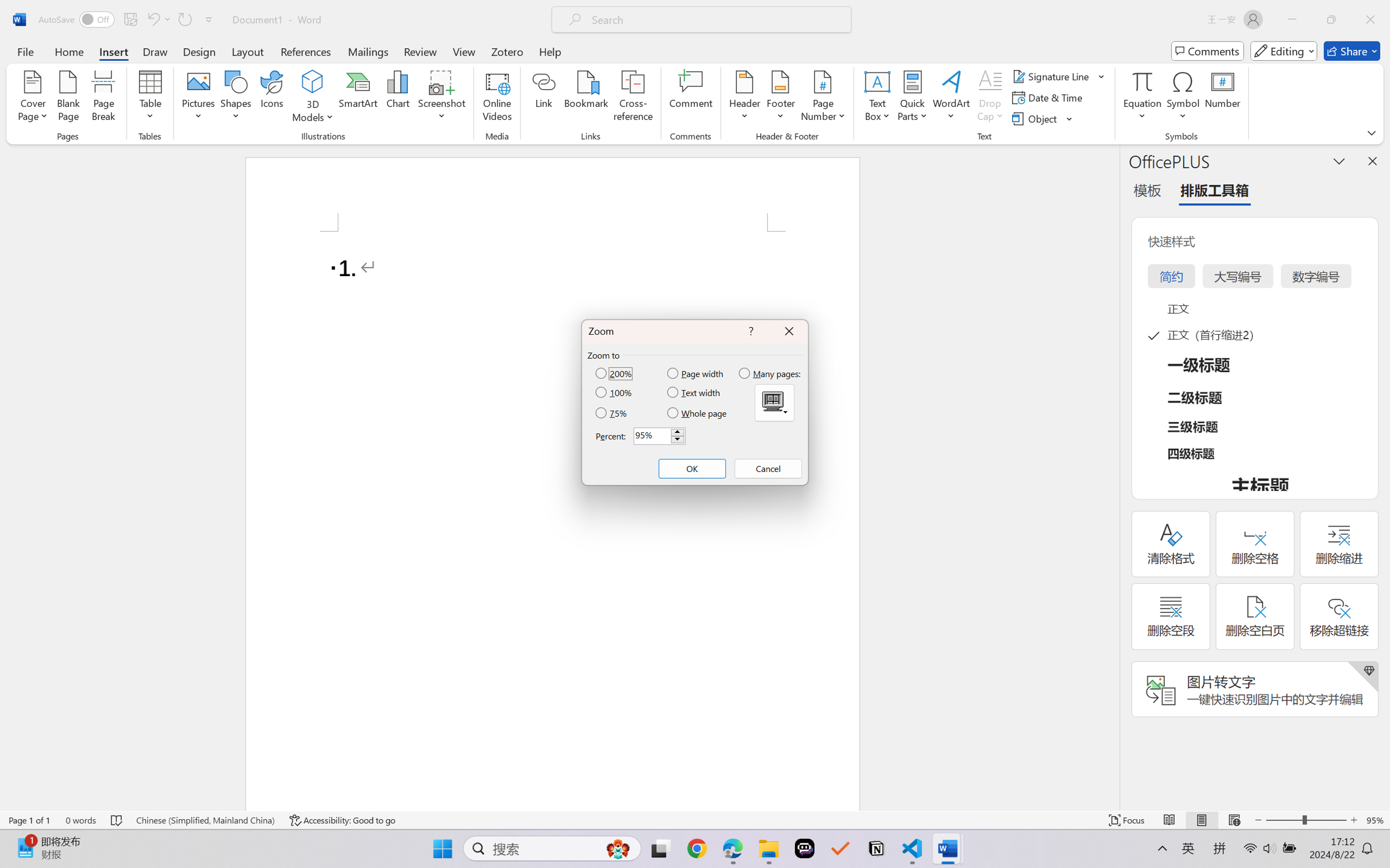 The width and height of the screenshot is (1390, 868). Describe the element at coordinates (690, 98) in the screenshot. I see `'Comment'` at that location.